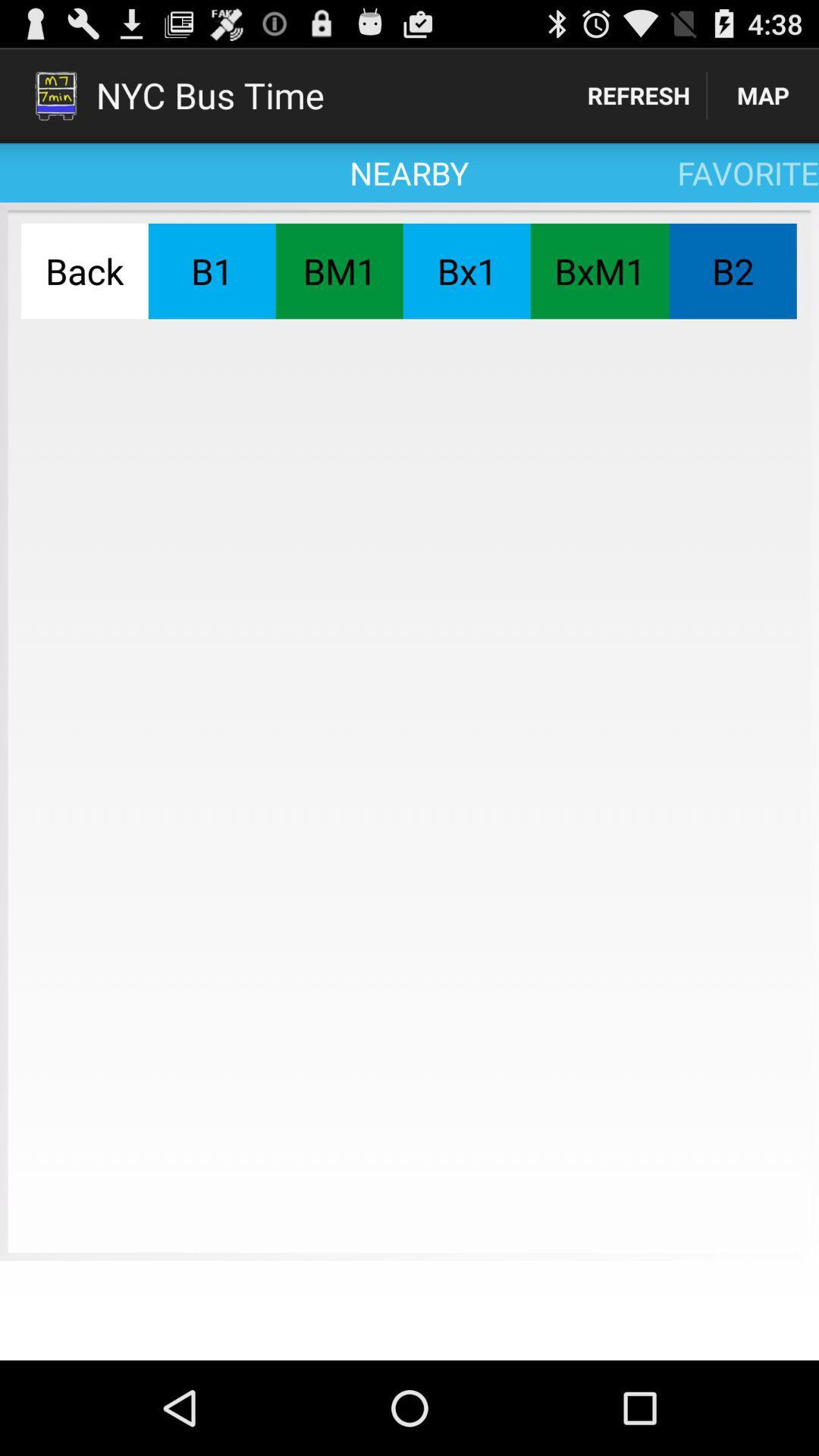 This screenshot has width=819, height=1456. Describe the element at coordinates (599, 271) in the screenshot. I see `the app below favorite app` at that location.